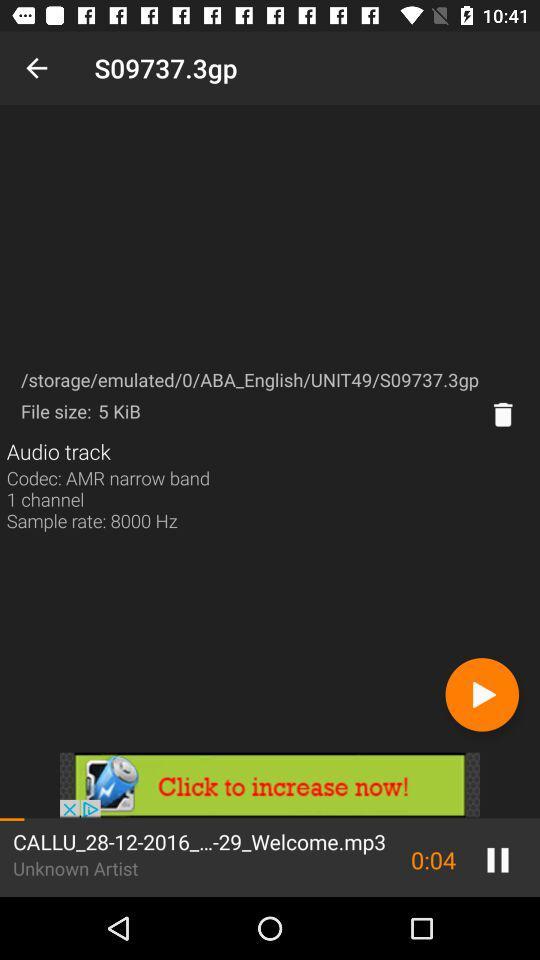  I want to click on the delete icon, so click(502, 413).